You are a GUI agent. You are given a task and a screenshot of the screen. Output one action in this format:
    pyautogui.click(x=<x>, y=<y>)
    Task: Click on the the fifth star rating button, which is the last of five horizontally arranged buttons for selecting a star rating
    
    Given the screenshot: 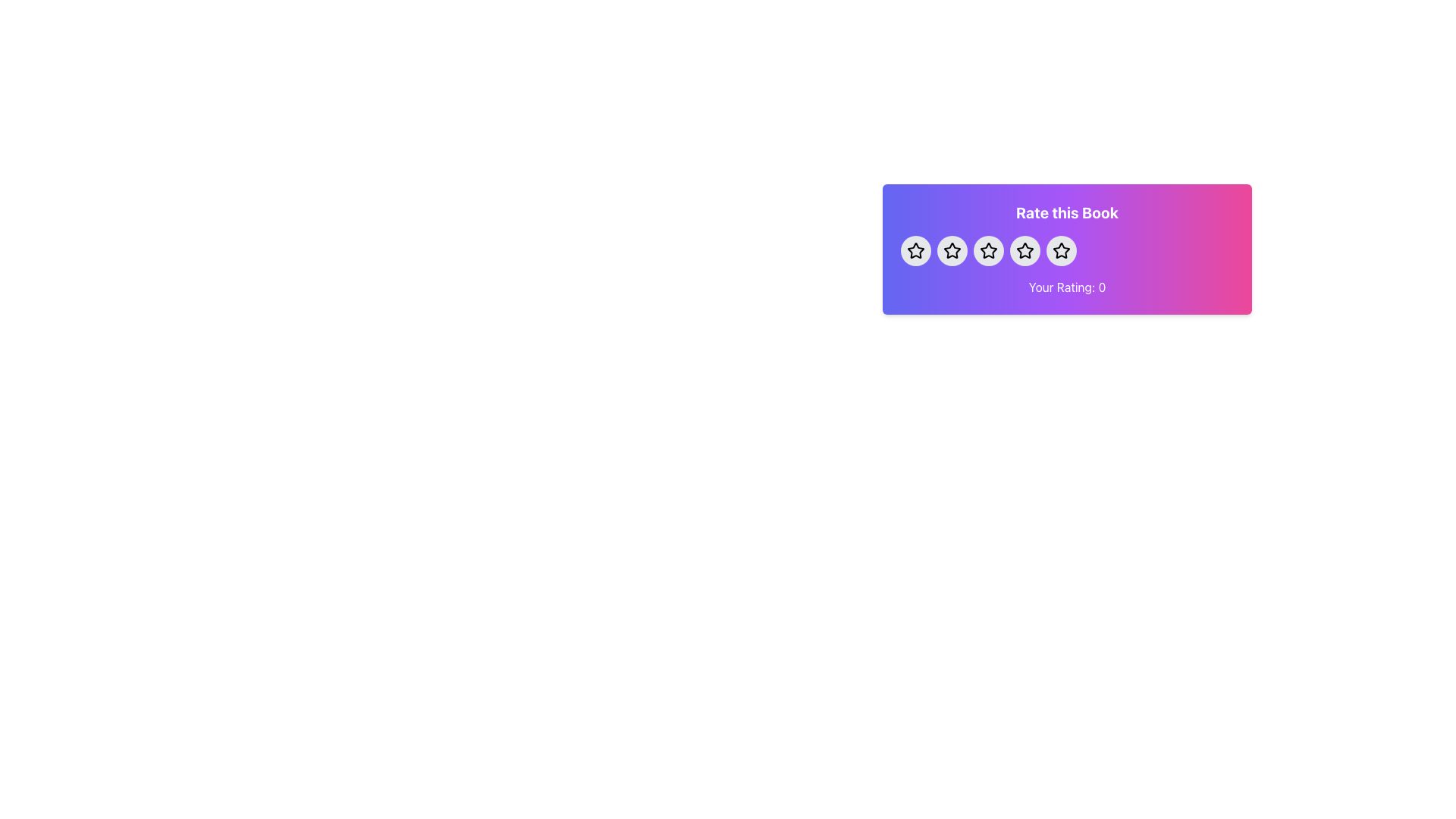 What is the action you would take?
    pyautogui.click(x=1061, y=250)
    